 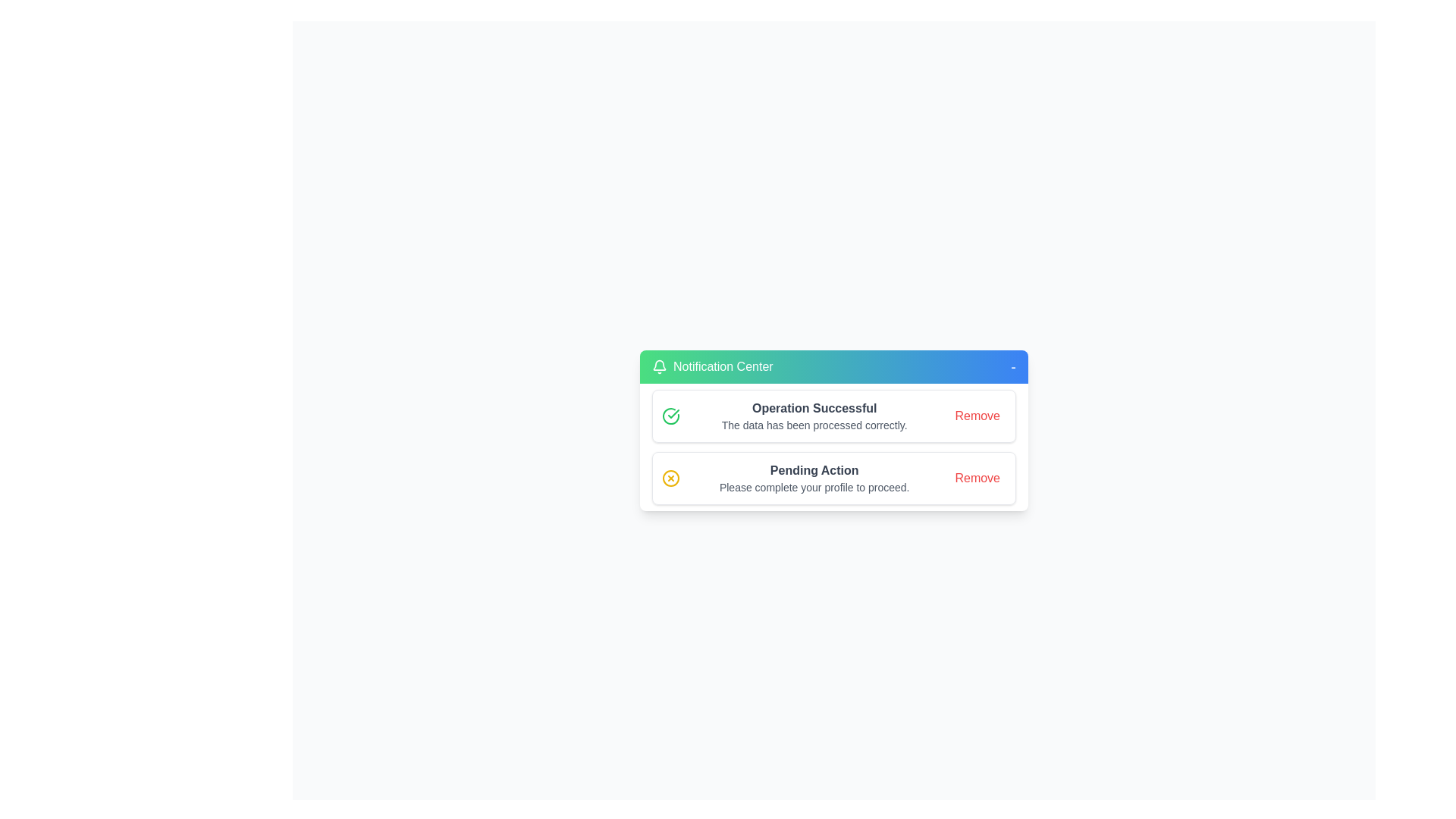 I want to click on the heading label of the notification panel located near the upper-left side, next to the bell icon, so click(x=722, y=366).